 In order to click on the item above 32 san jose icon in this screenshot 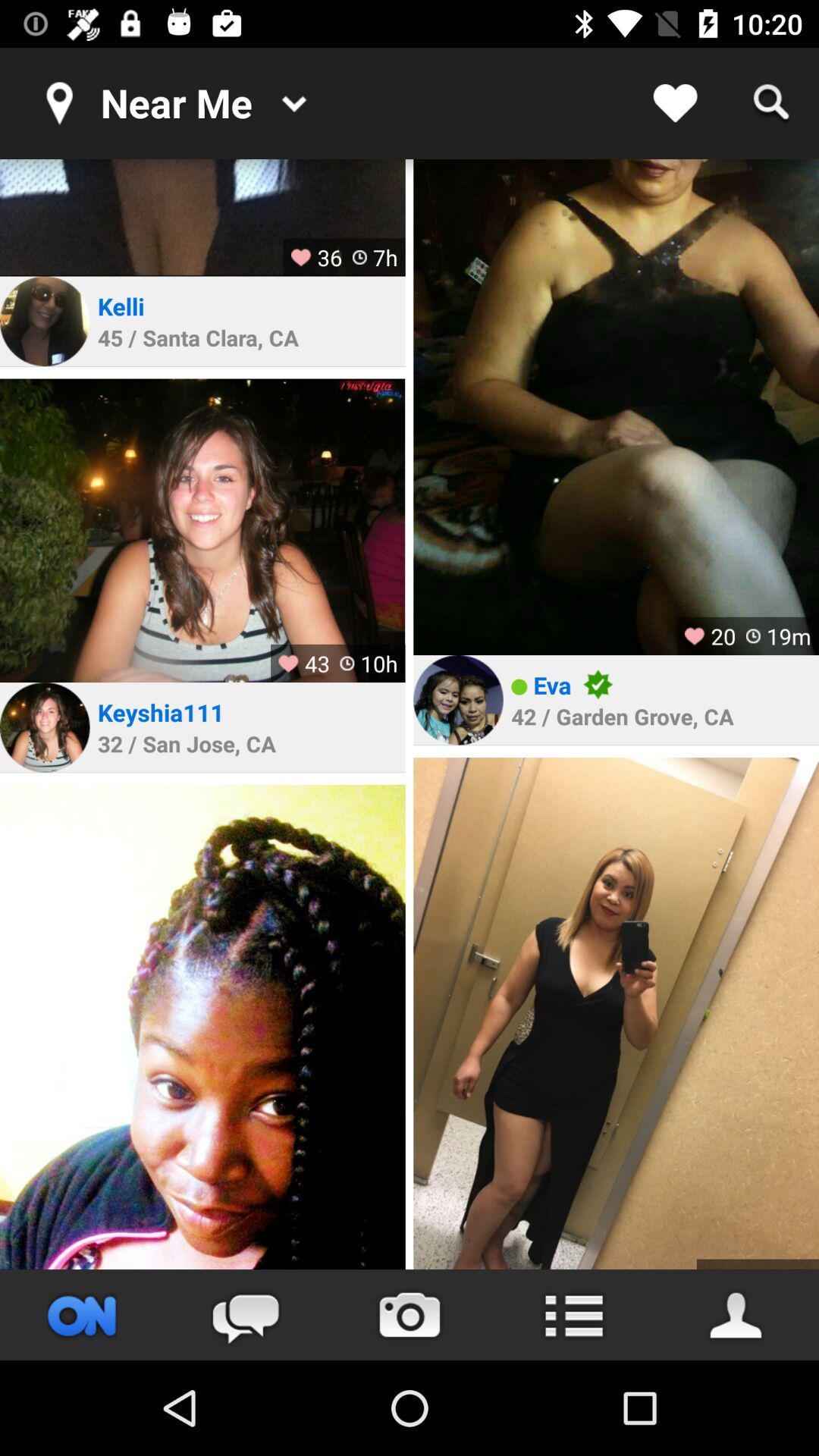, I will do `click(161, 711)`.